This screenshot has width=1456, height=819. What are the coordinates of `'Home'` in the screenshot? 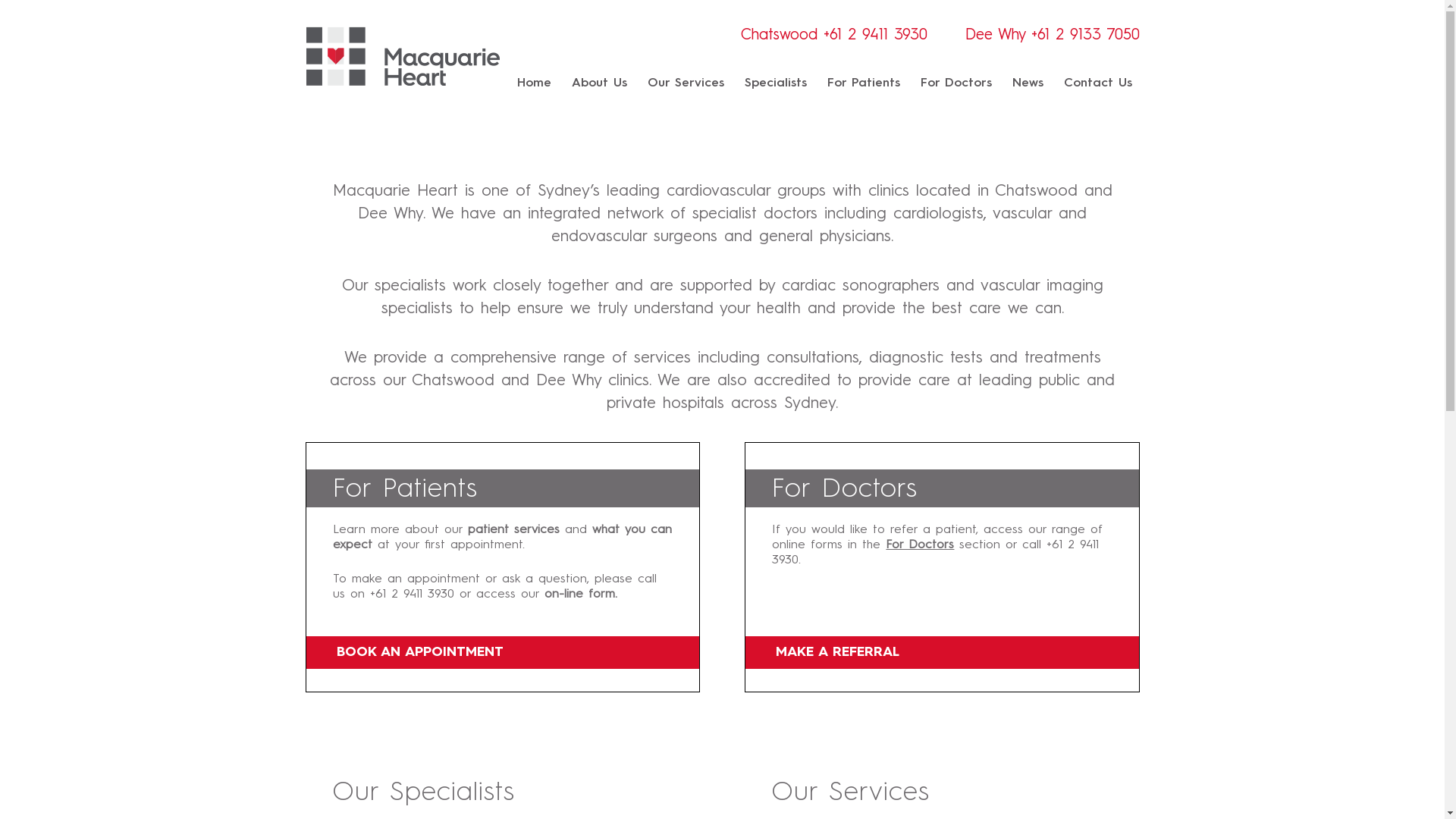 It's located at (516, 83).